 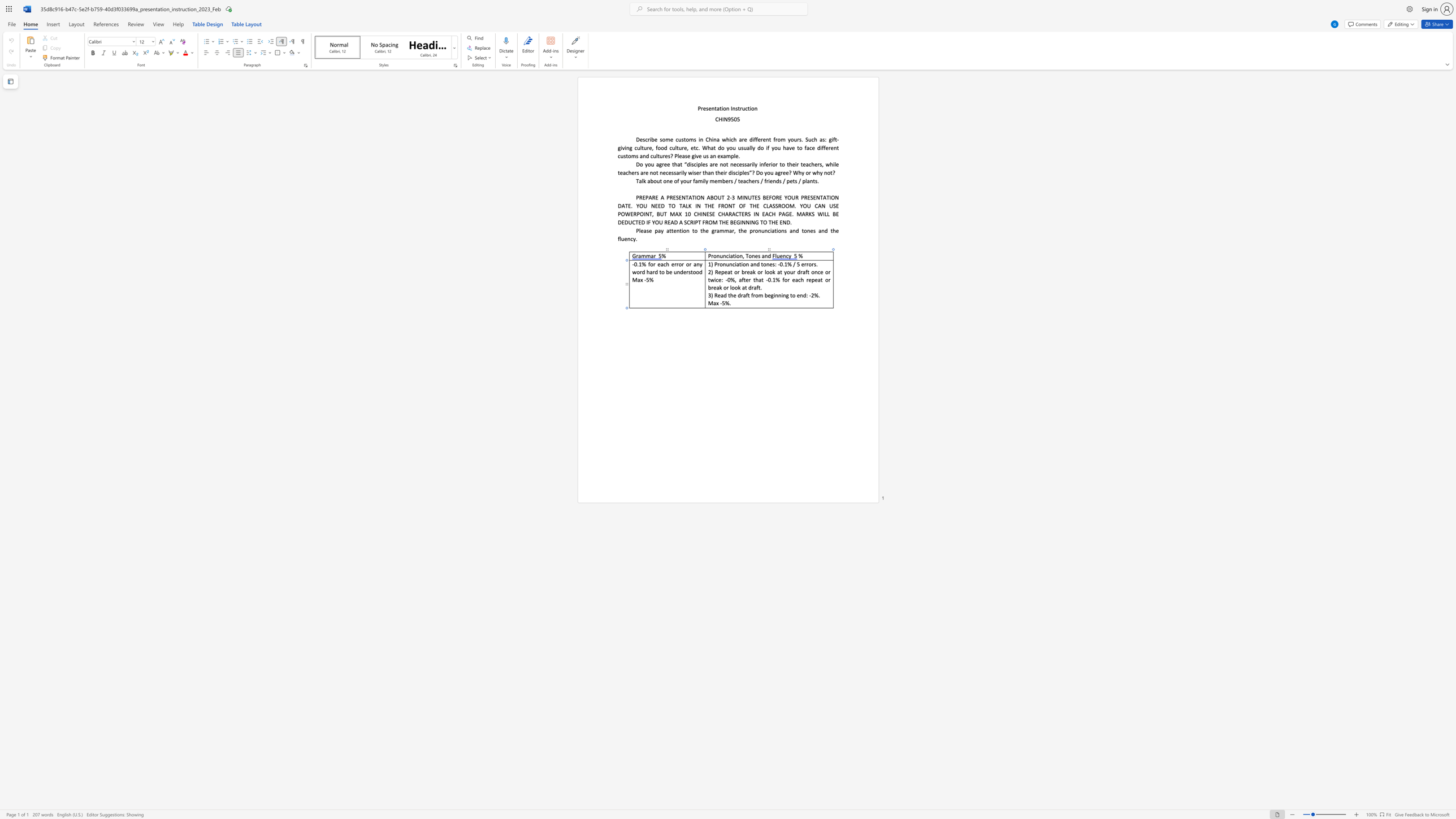 What do you see at coordinates (807, 279) in the screenshot?
I see `the 9th character "r" in the text` at bounding box center [807, 279].